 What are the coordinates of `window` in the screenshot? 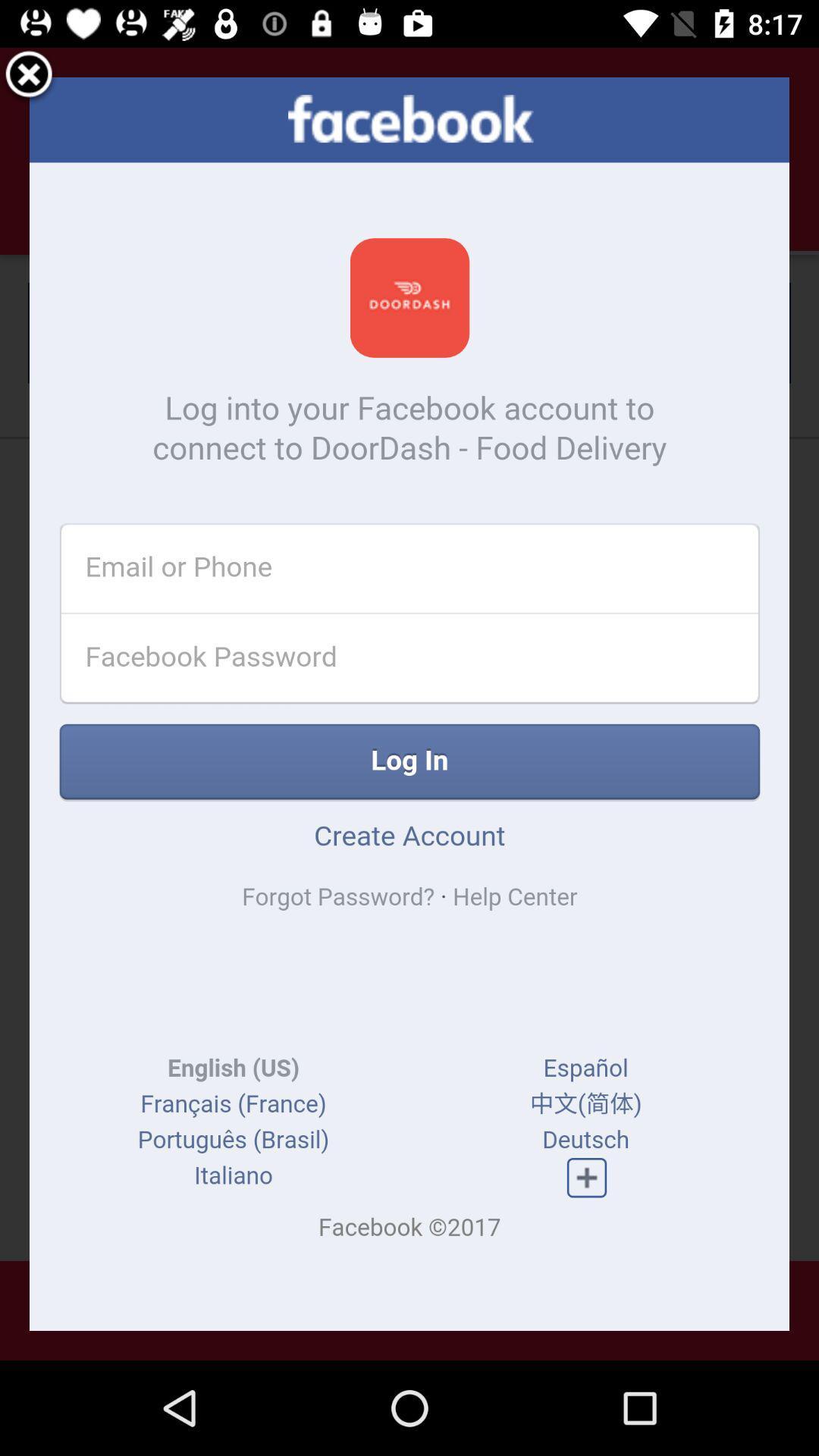 It's located at (29, 76).